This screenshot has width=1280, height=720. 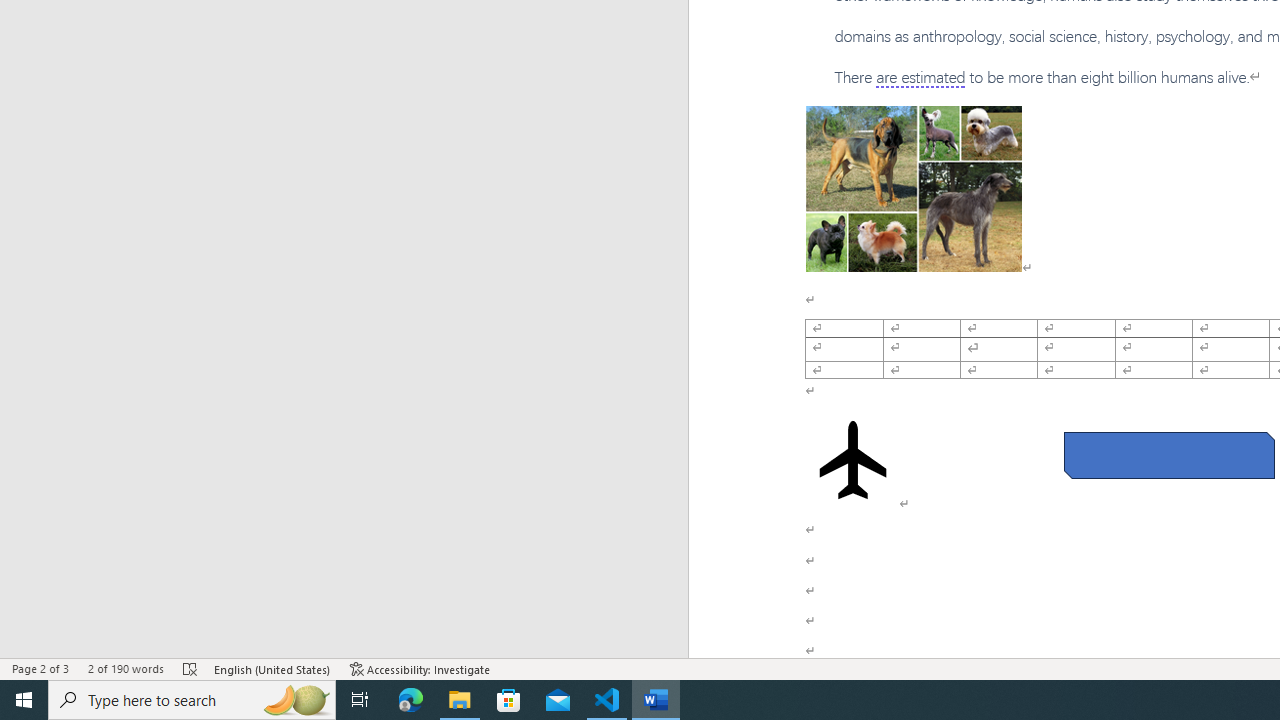 I want to click on 'Rectangle: Diagonal Corners Snipped 2', so click(x=1169, y=455).